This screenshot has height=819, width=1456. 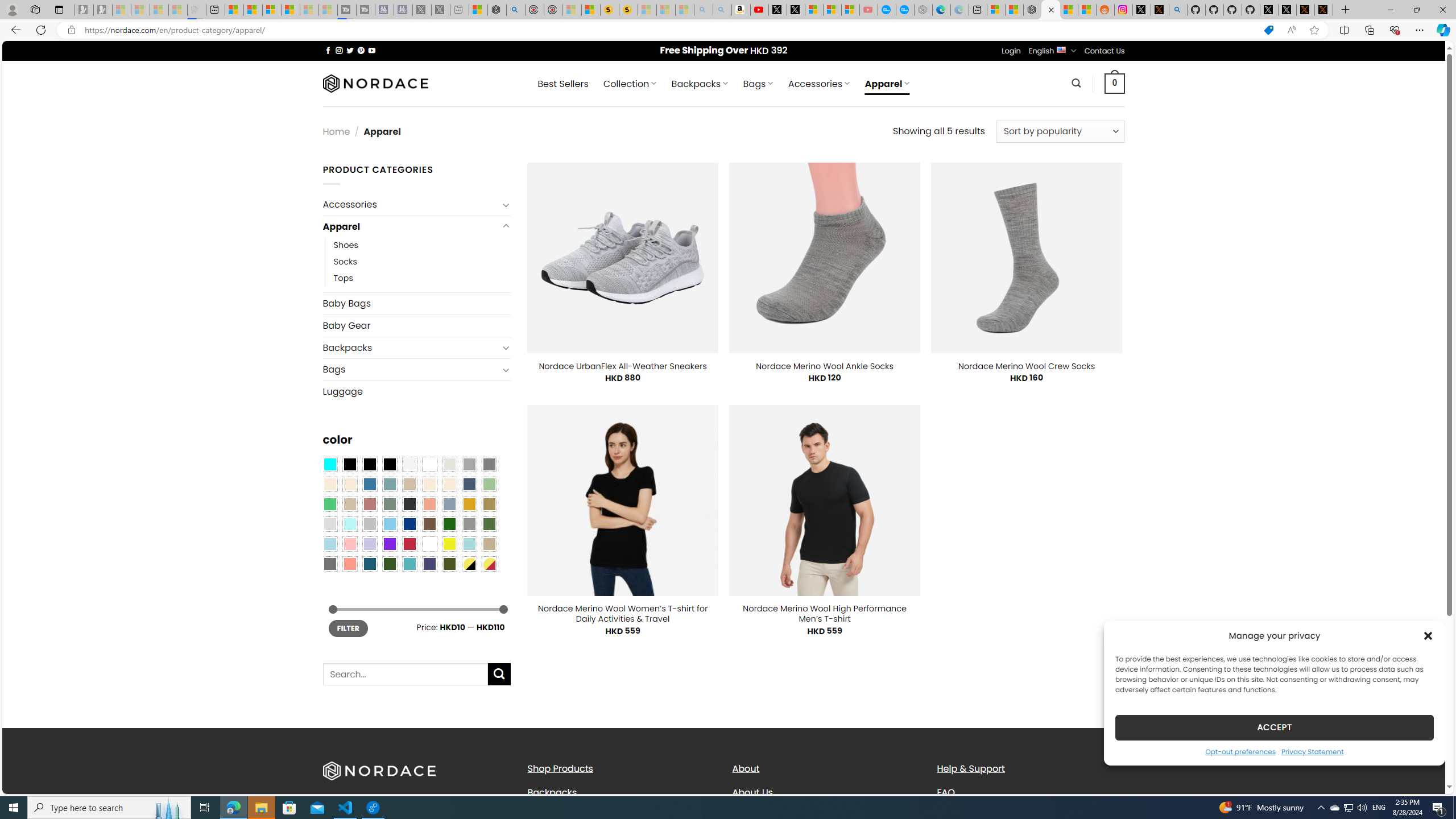 What do you see at coordinates (389, 543) in the screenshot?
I see `'Purple'` at bounding box center [389, 543].